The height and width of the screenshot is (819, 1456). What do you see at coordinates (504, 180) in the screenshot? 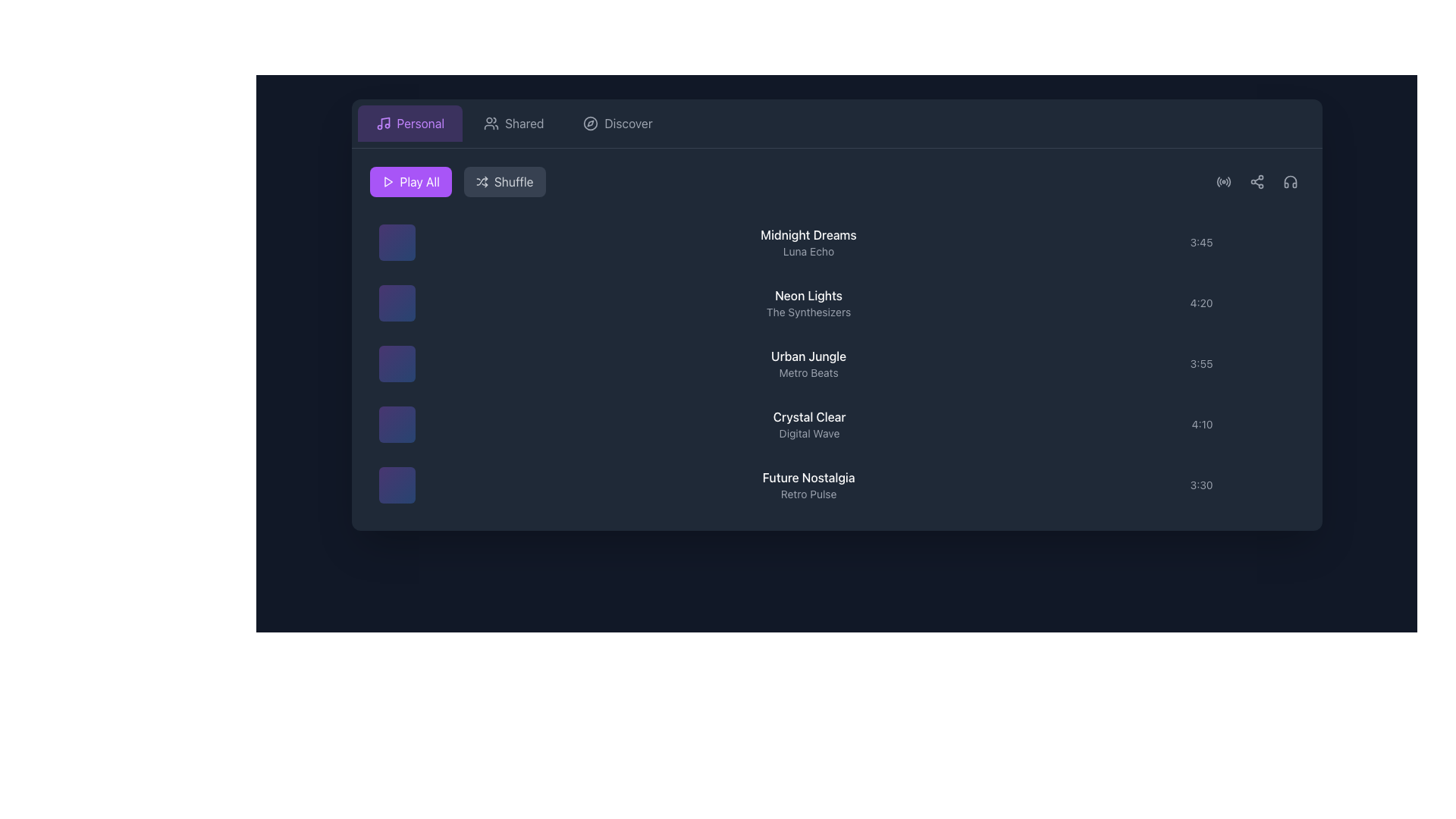
I see `the shuffle playback button, which is located to the right of the 'Play All' button in the top-left section of the interface` at bounding box center [504, 180].